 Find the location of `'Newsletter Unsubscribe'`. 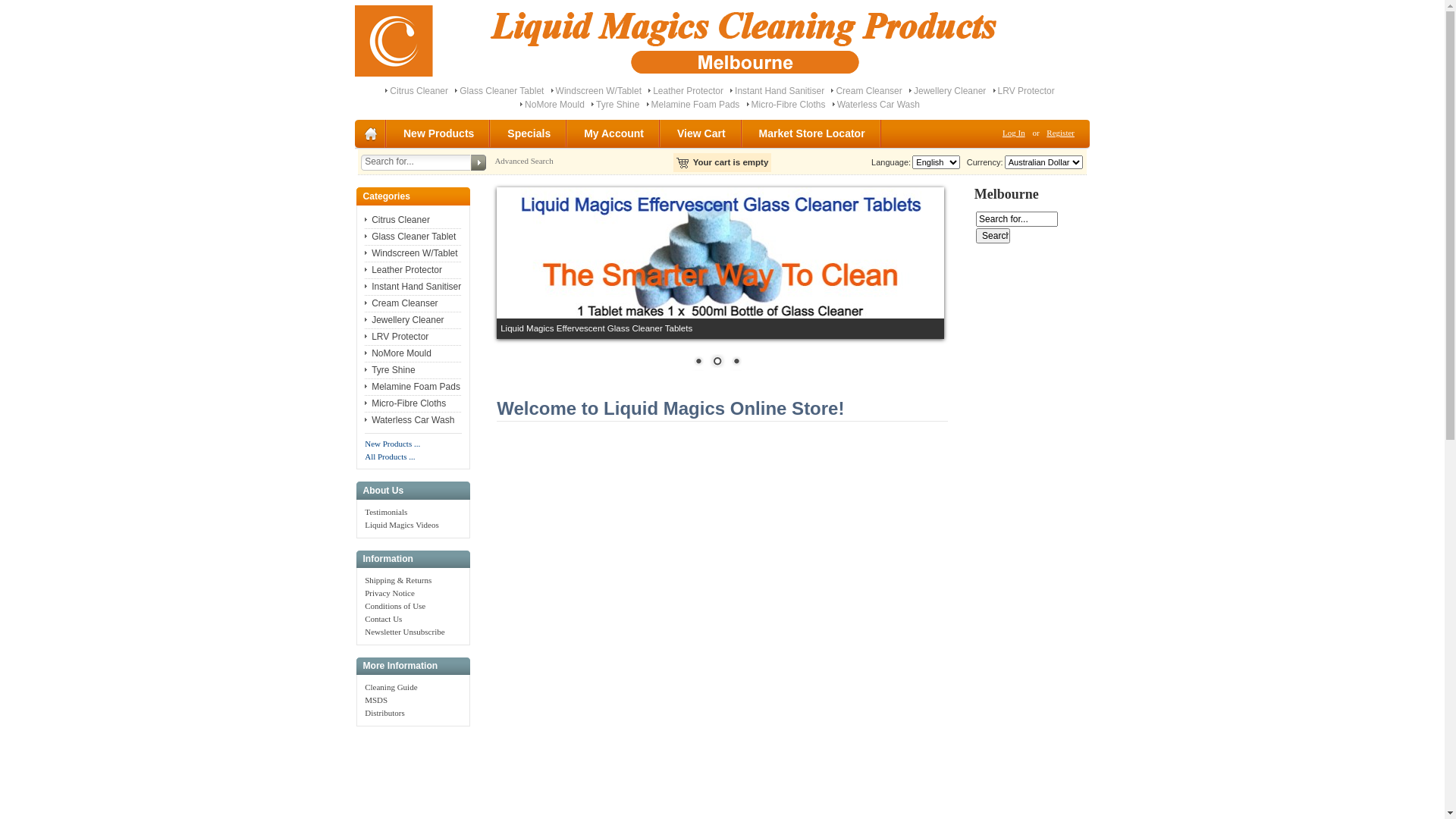

'Newsletter Unsubscribe' is located at coordinates (404, 632).